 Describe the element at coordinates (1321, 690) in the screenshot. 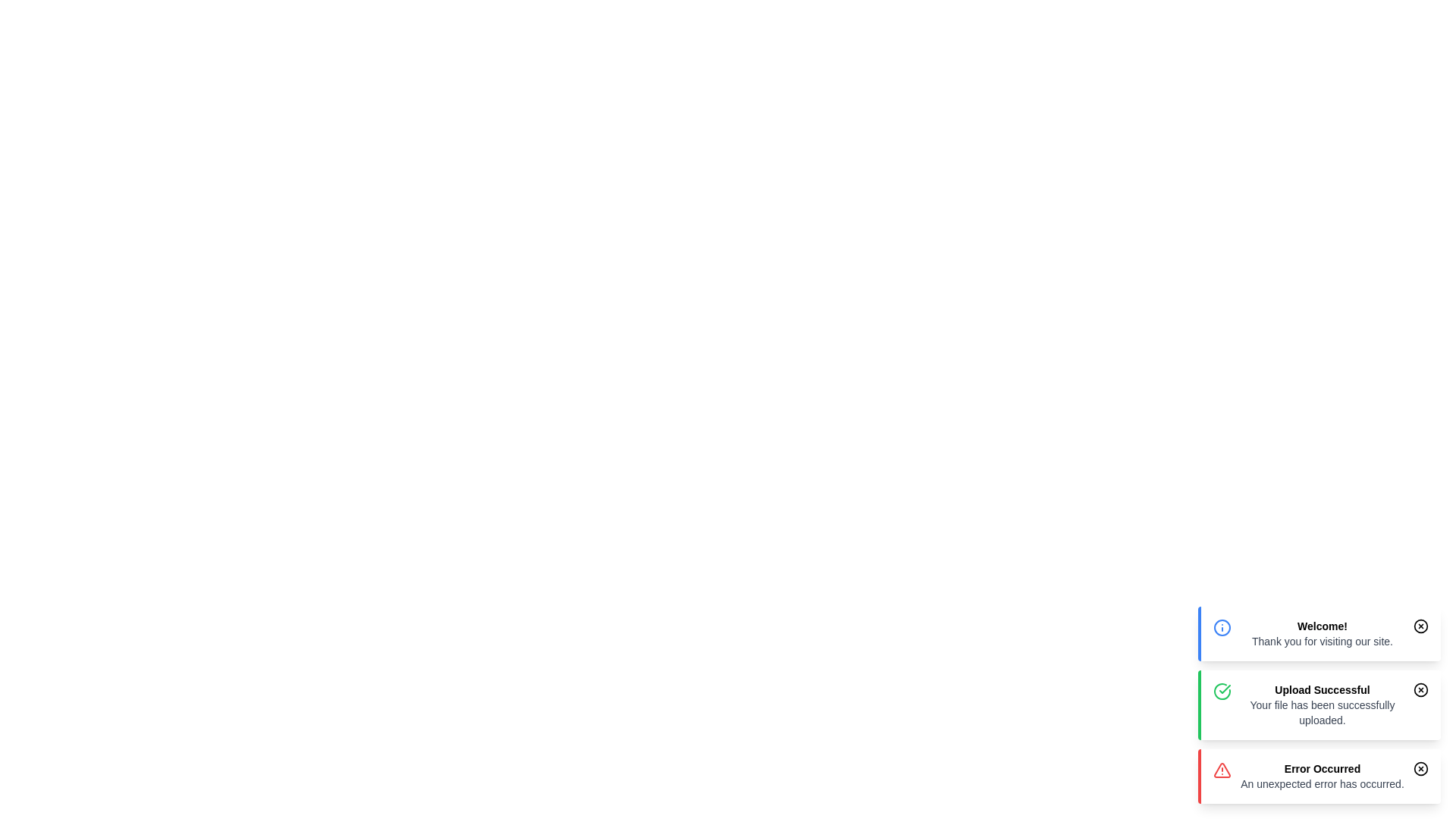

I see `displayed text from the main notification message located in the second notification card of three, which indicates a successful file upload` at that location.